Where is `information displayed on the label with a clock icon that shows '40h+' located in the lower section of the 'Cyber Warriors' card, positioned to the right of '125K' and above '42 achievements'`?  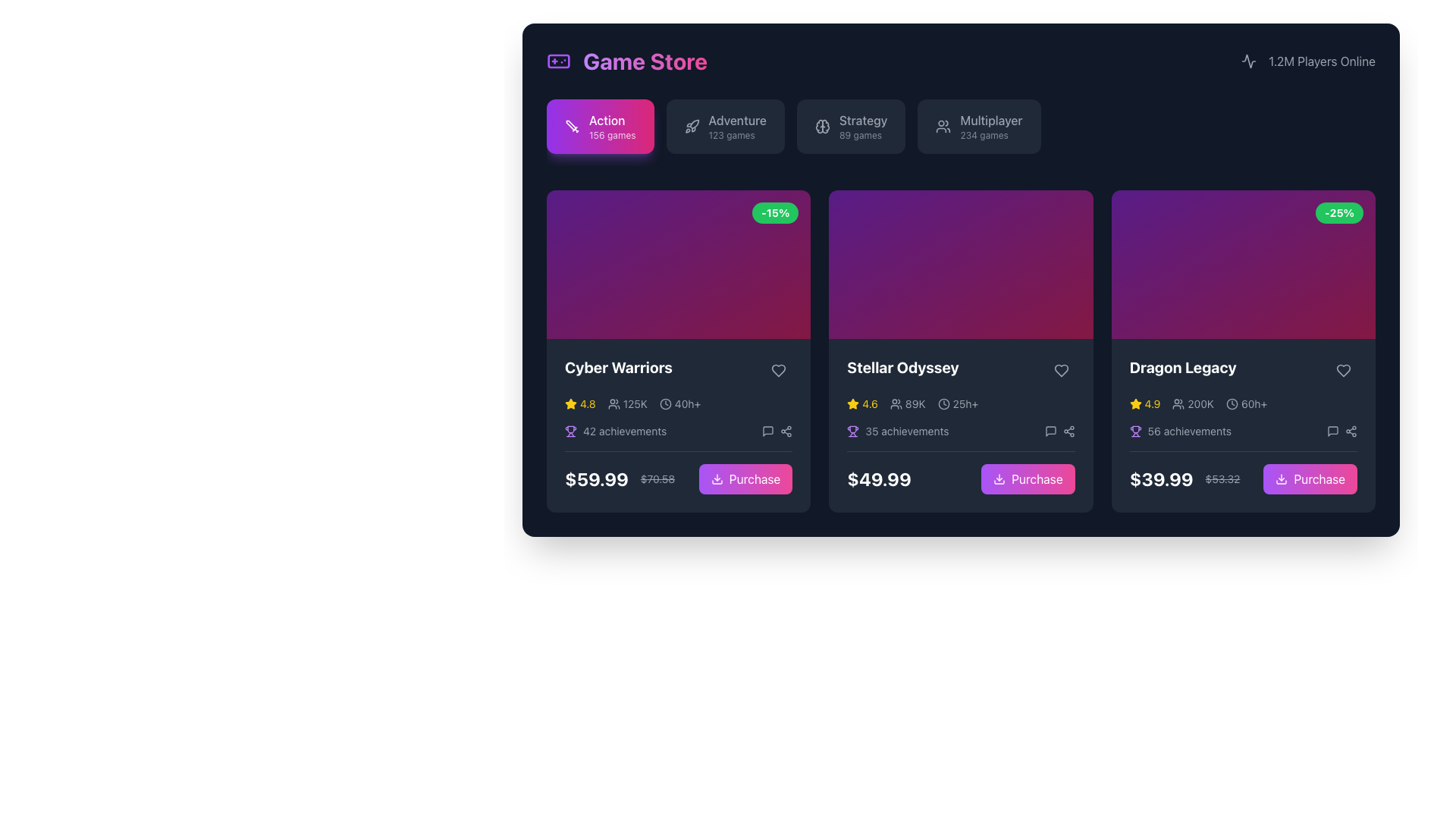
information displayed on the label with a clock icon that shows '40h+' located in the lower section of the 'Cyber Warriors' card, positioned to the right of '125K' and above '42 achievements' is located at coordinates (679, 403).